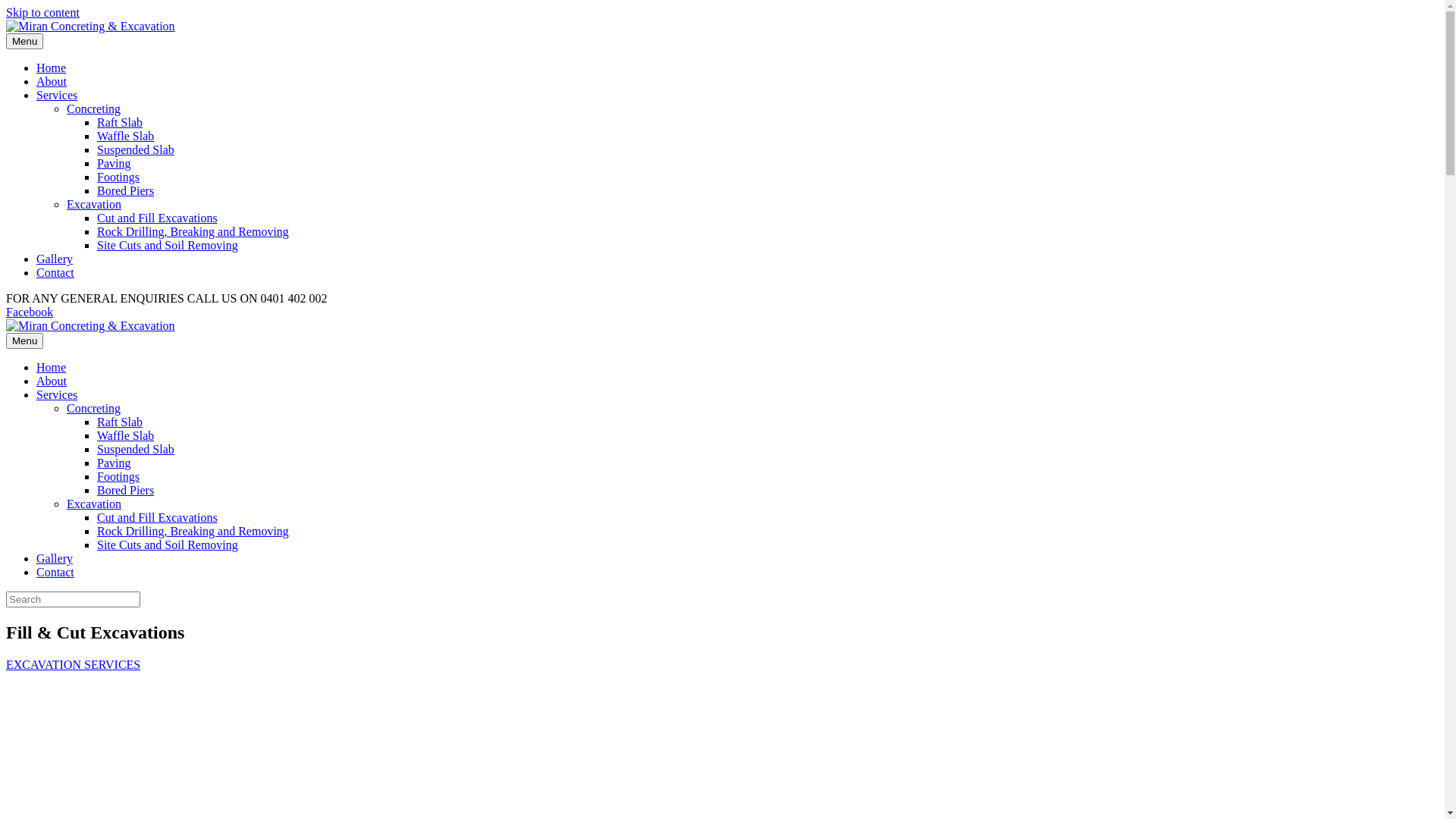 This screenshot has height=819, width=1456. What do you see at coordinates (192, 530) in the screenshot?
I see `'Rock Drilling, Breaking and Removing'` at bounding box center [192, 530].